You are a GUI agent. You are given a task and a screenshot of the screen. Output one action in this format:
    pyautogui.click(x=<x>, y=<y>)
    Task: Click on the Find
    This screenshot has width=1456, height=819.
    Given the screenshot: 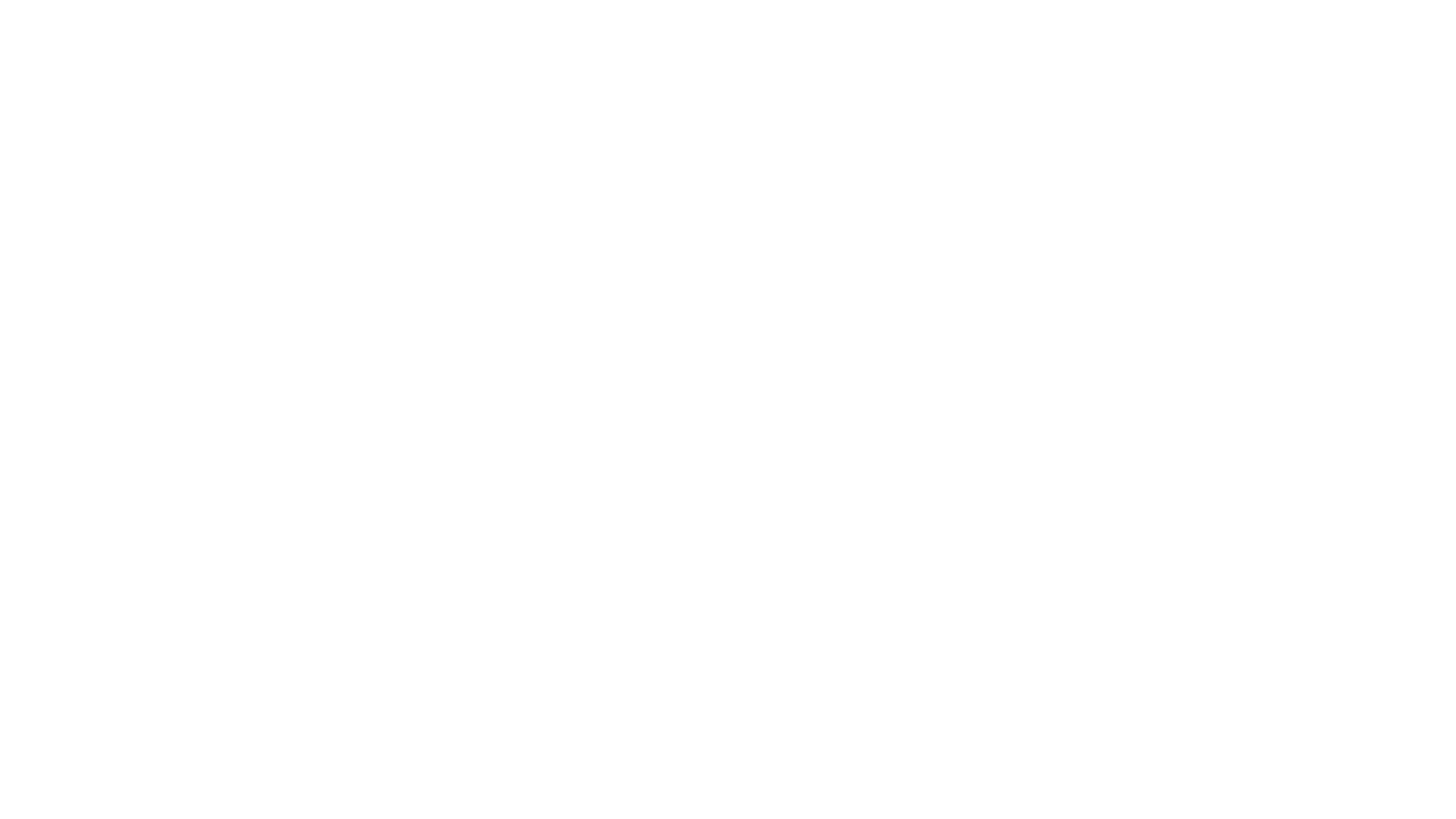 What is the action you would take?
    pyautogui.click(x=1110, y=556)
    